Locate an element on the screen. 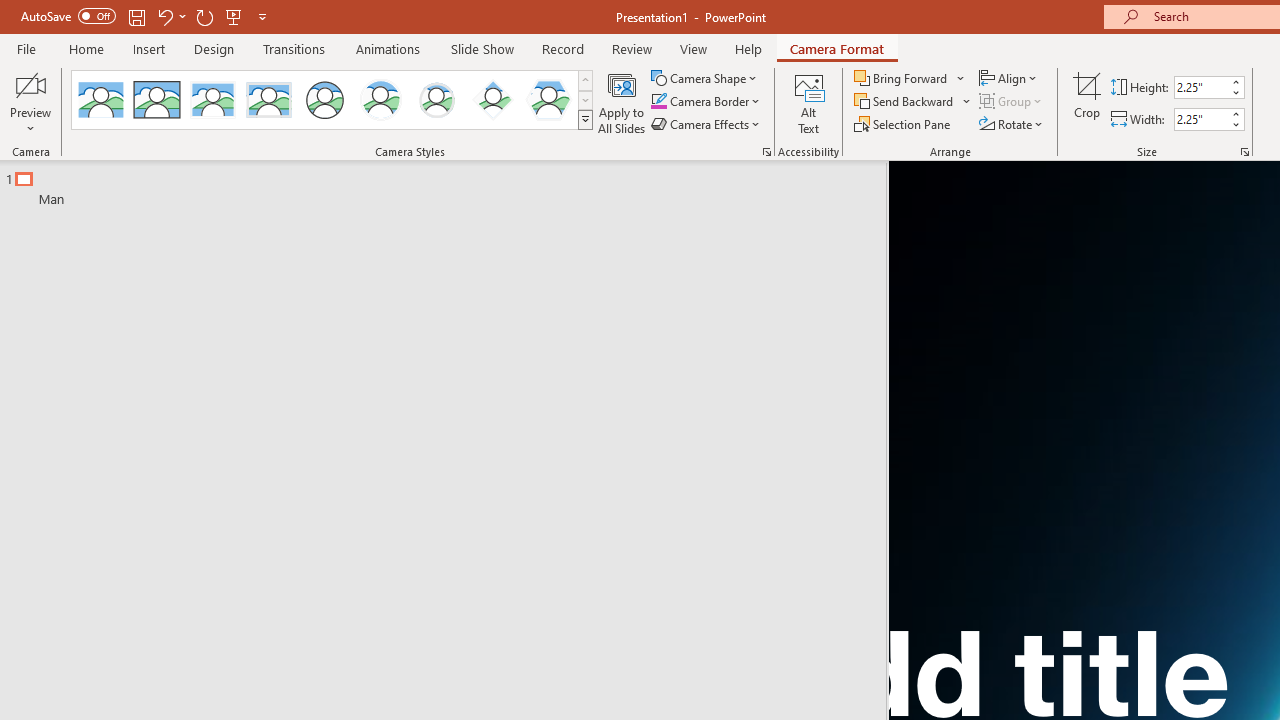 Image resolution: width=1280 pixels, height=720 pixels. 'Send Backward' is located at coordinates (904, 101).